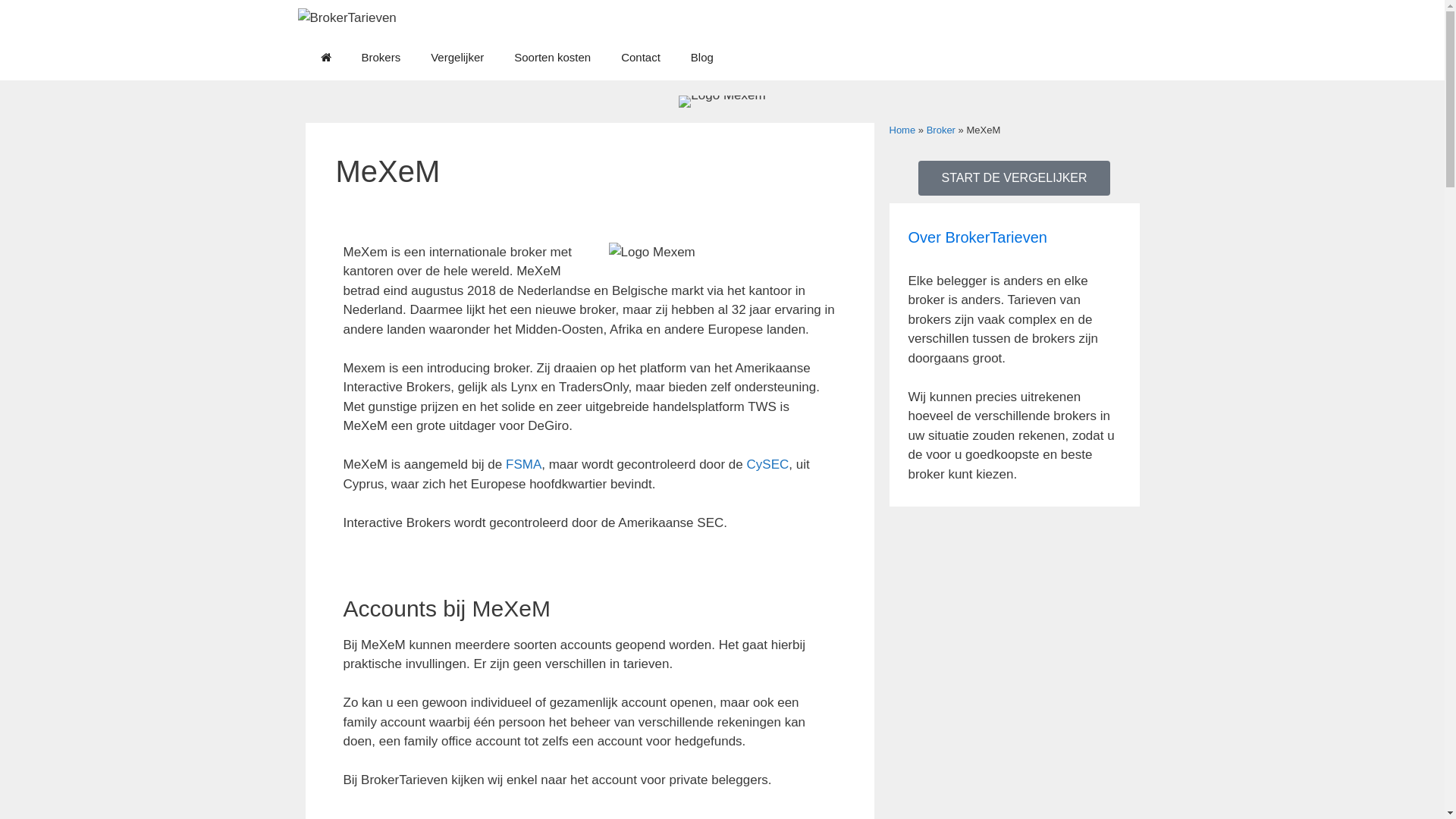 This screenshot has width=1456, height=819. Describe the element at coordinates (604, 57) in the screenshot. I see `'Contact'` at that location.